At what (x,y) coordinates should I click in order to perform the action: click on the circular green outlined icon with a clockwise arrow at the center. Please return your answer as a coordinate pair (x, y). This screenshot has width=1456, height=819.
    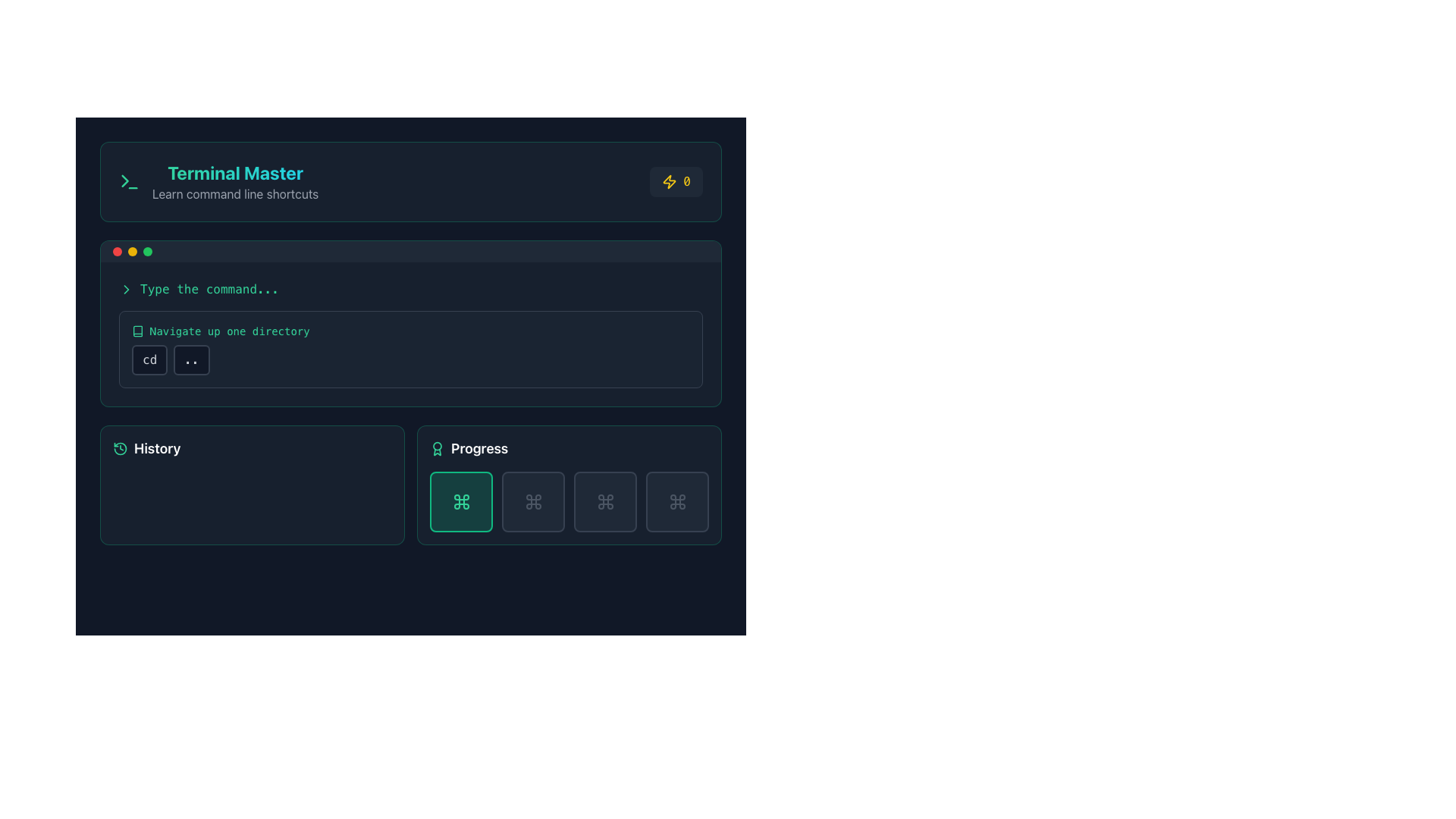
    Looking at the image, I should click on (119, 447).